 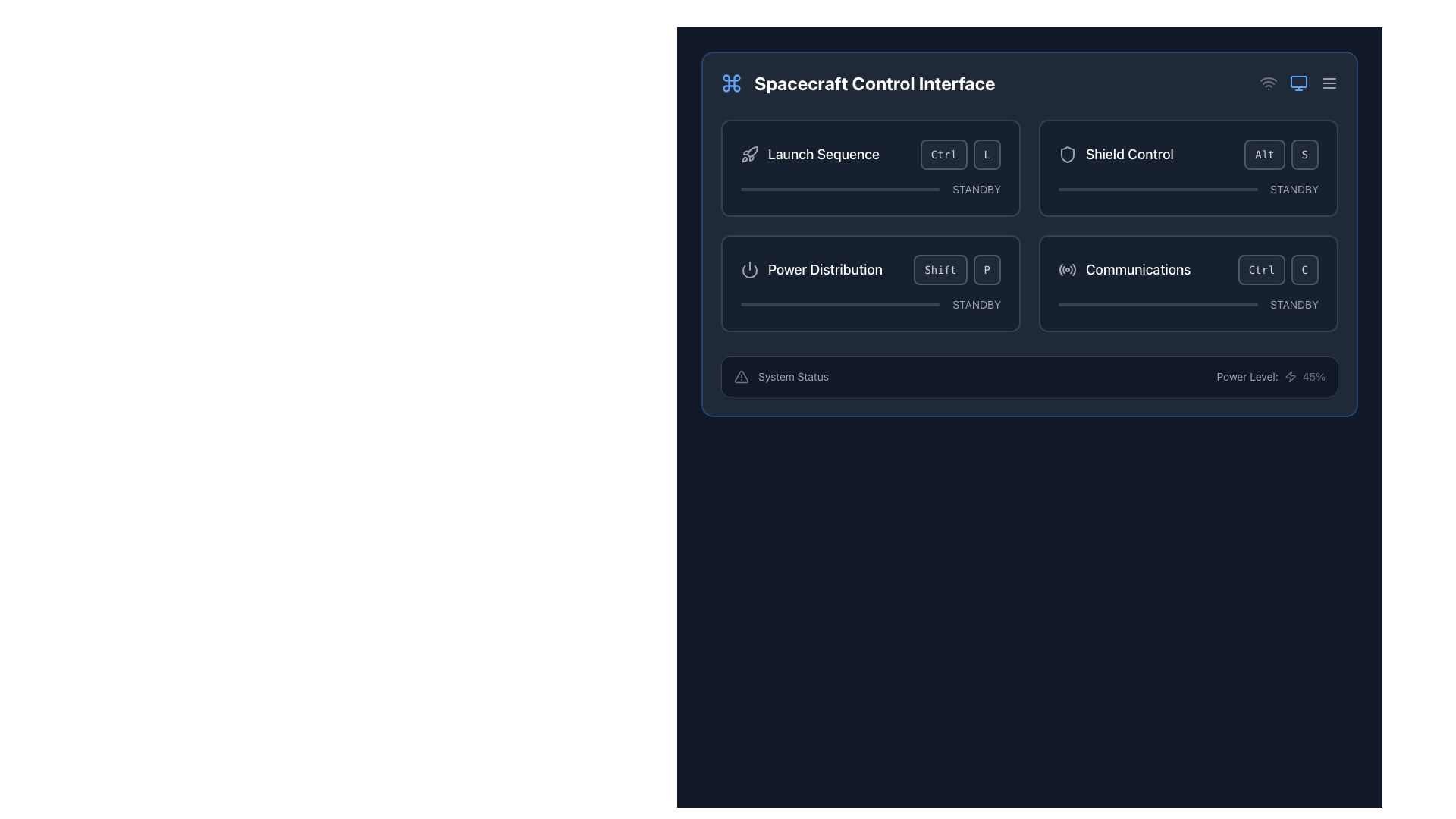 I want to click on the small gray rocket icon located to the left of the 'Launch Sequence' text in the header row, so click(x=749, y=155).